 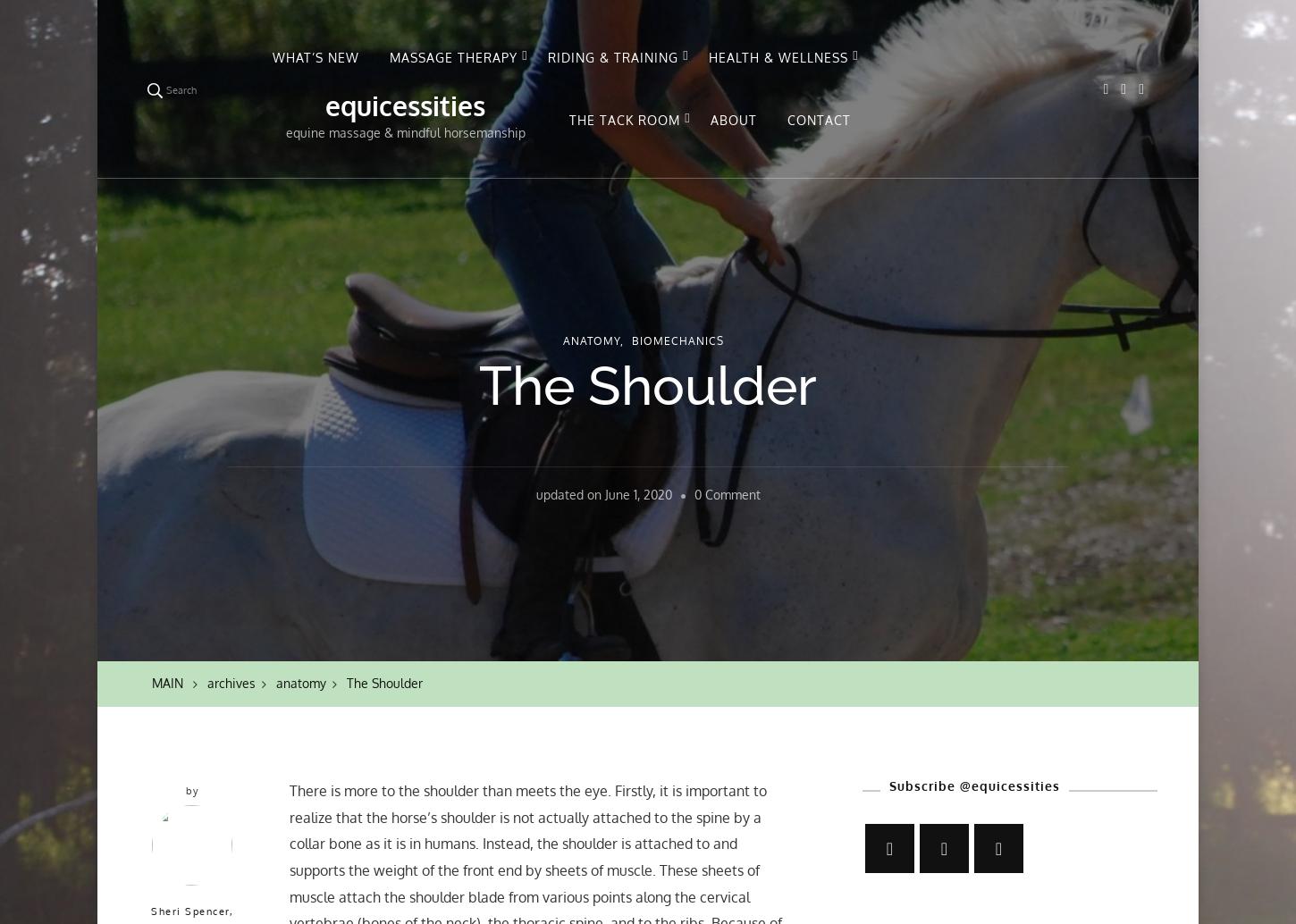 What do you see at coordinates (738, 330) in the screenshot?
I see `'Lameness'` at bounding box center [738, 330].